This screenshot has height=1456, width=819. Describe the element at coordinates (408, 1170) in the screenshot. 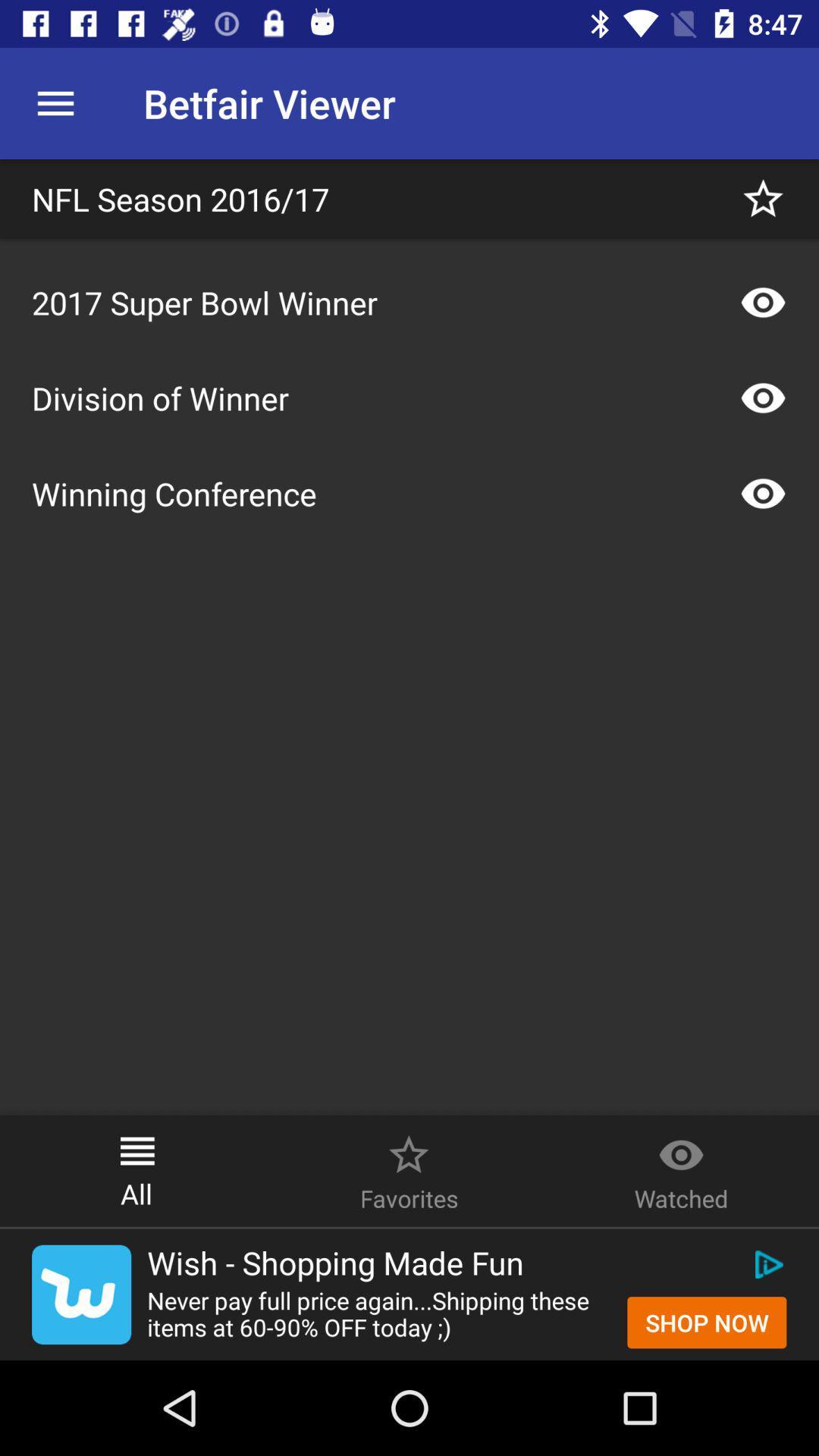

I see `the image and text right to all at the bottom of the page` at that location.